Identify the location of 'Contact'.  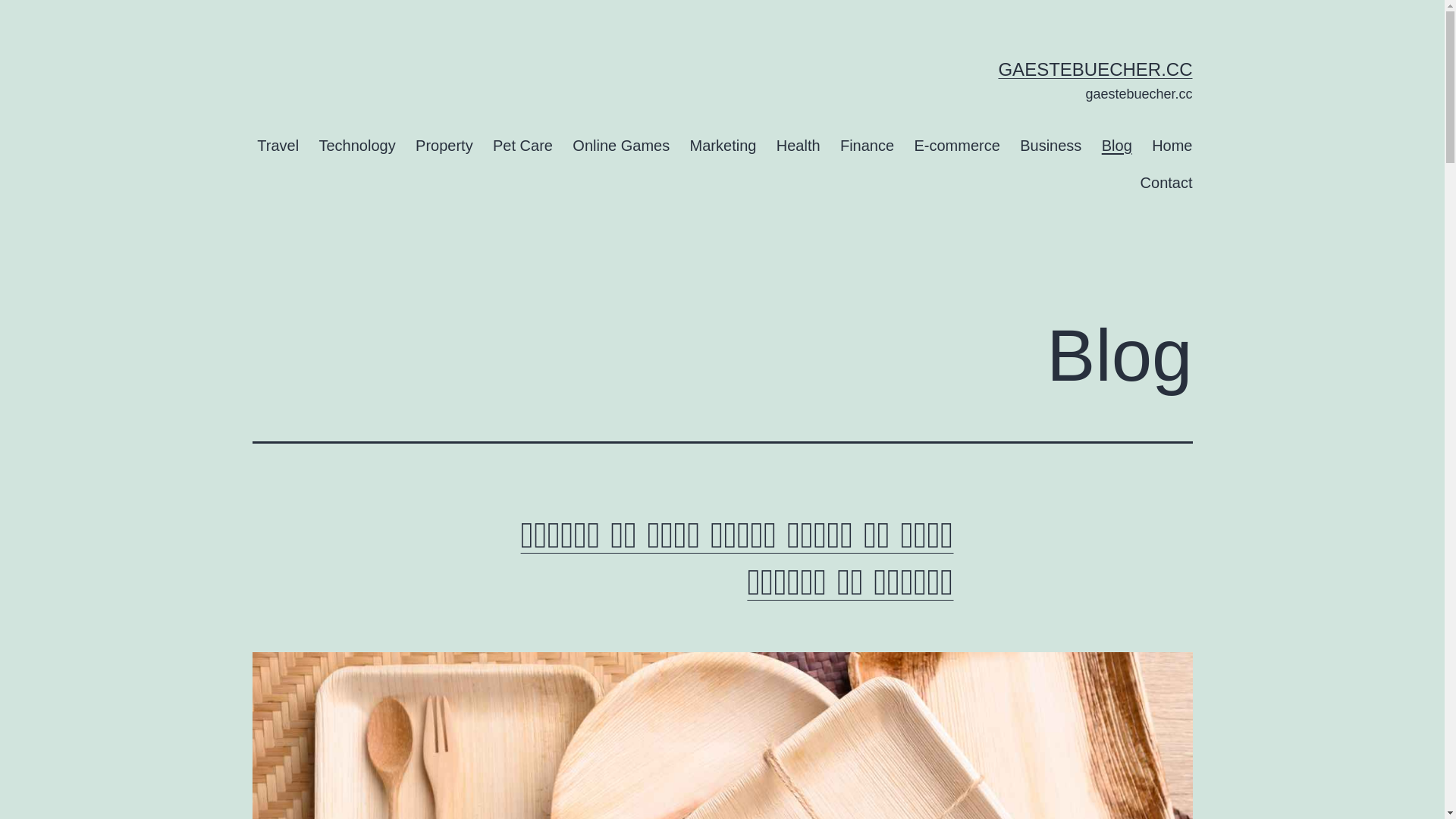
(1165, 182).